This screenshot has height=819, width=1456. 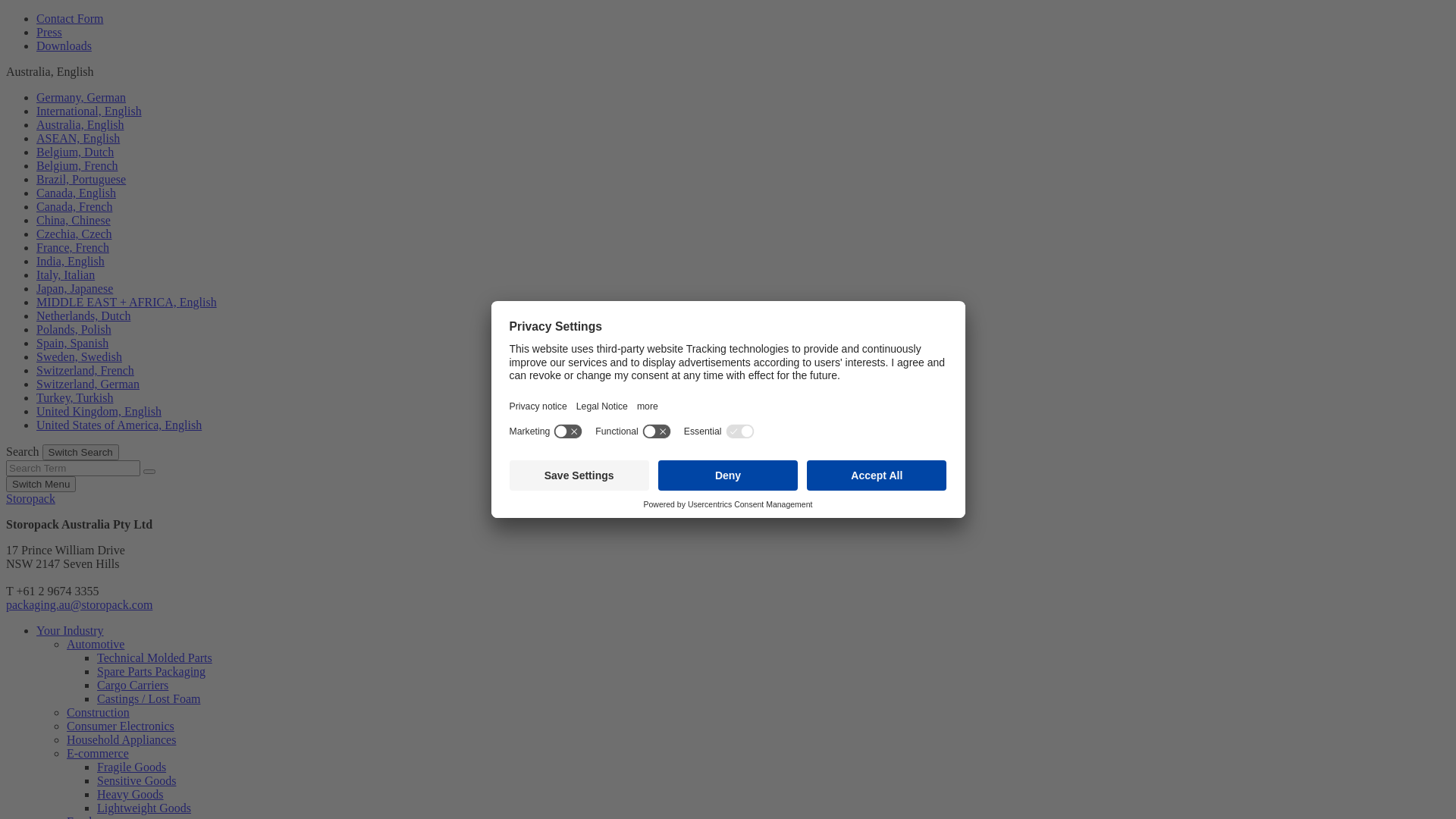 I want to click on 'Sweden, Swedish', so click(x=78, y=356).